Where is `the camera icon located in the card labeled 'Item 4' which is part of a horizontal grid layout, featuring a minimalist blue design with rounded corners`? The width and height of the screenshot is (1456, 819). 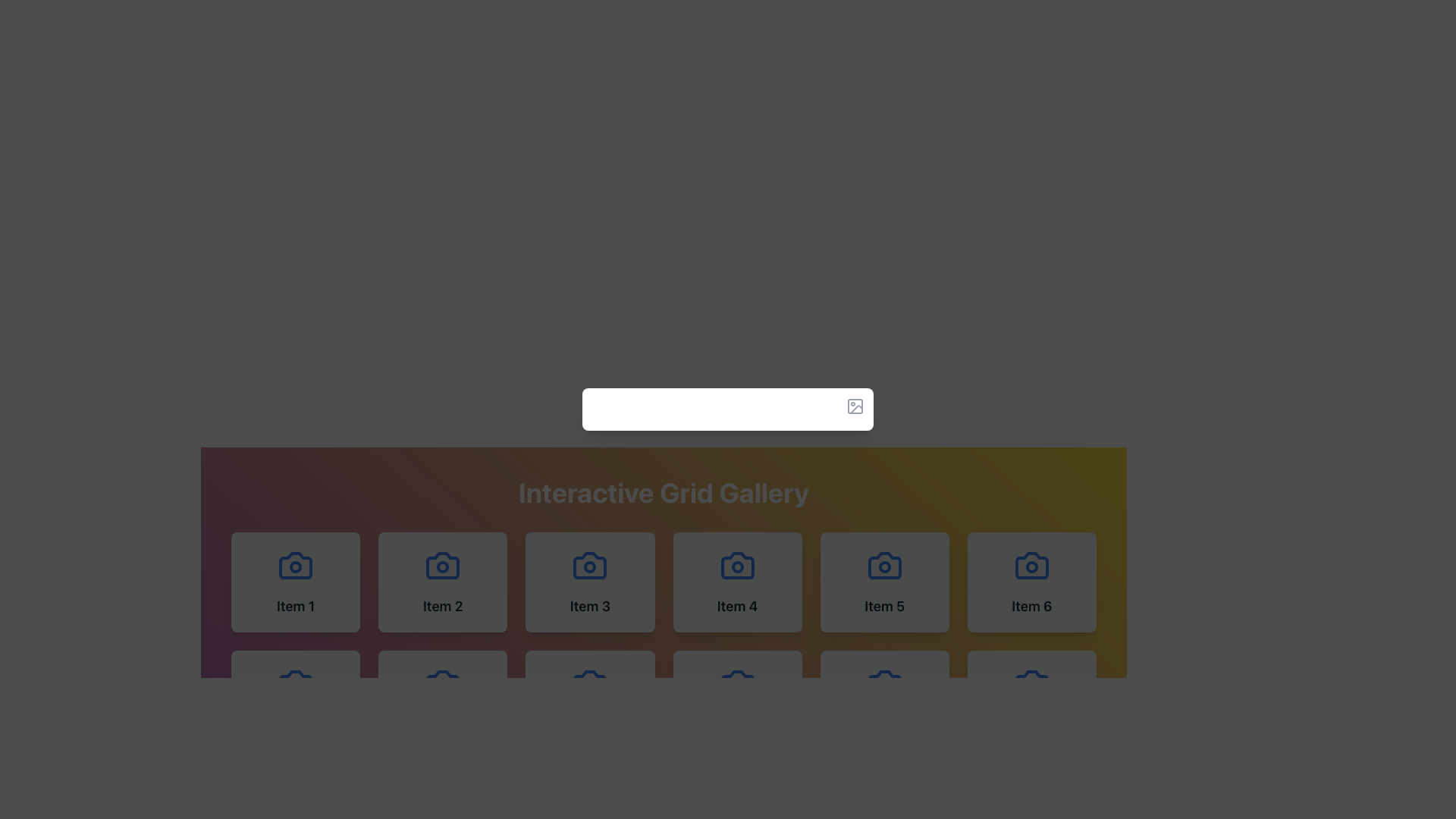
the camera icon located in the card labeled 'Item 4' which is part of a horizontal grid layout, featuring a minimalist blue design with rounded corners is located at coordinates (737, 565).